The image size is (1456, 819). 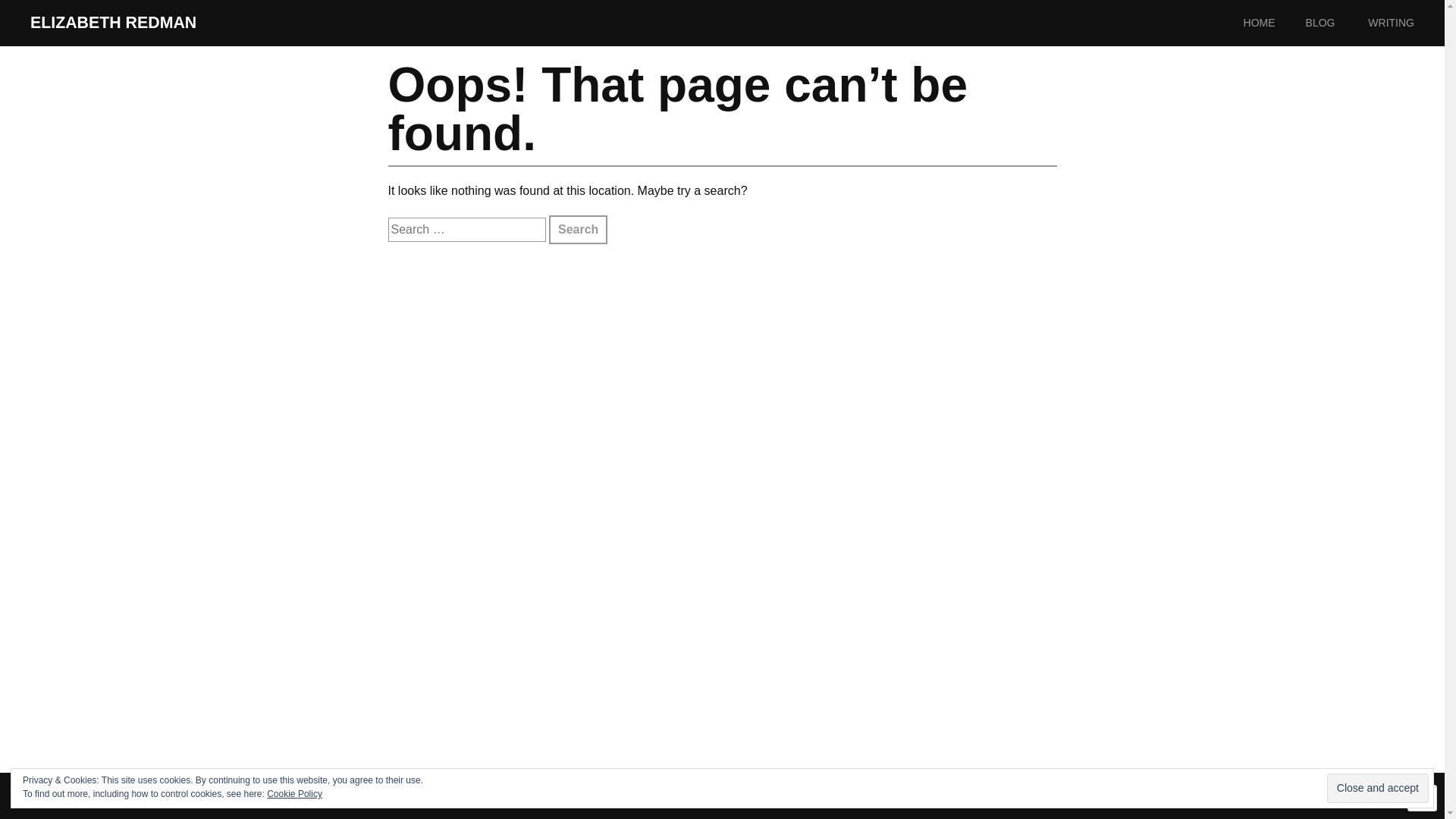 I want to click on 'BLOG', so click(x=1335, y=23).